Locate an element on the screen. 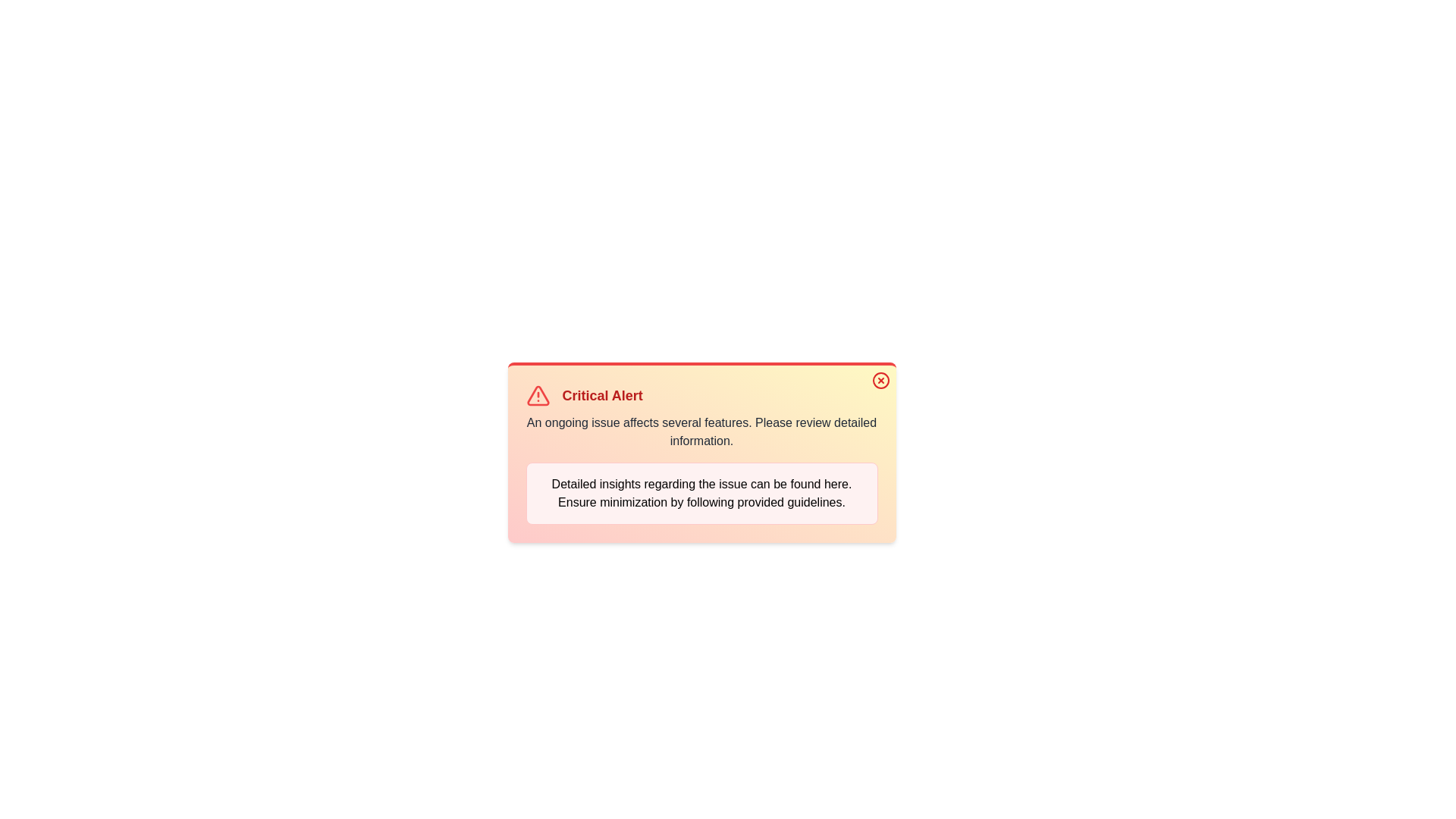  the close button to dismiss the alert notification is located at coordinates (880, 379).